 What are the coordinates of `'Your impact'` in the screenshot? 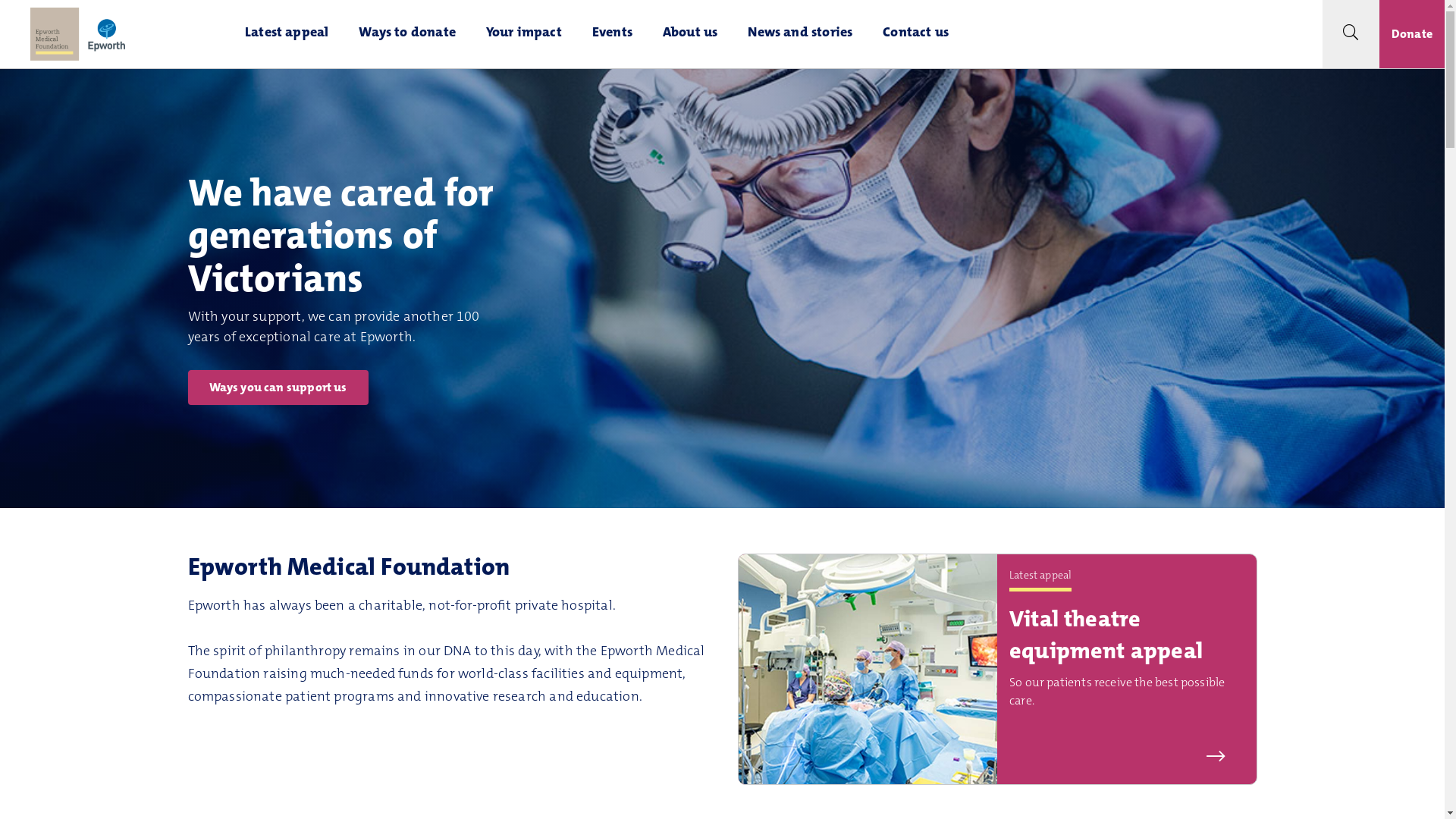 It's located at (469, 34).